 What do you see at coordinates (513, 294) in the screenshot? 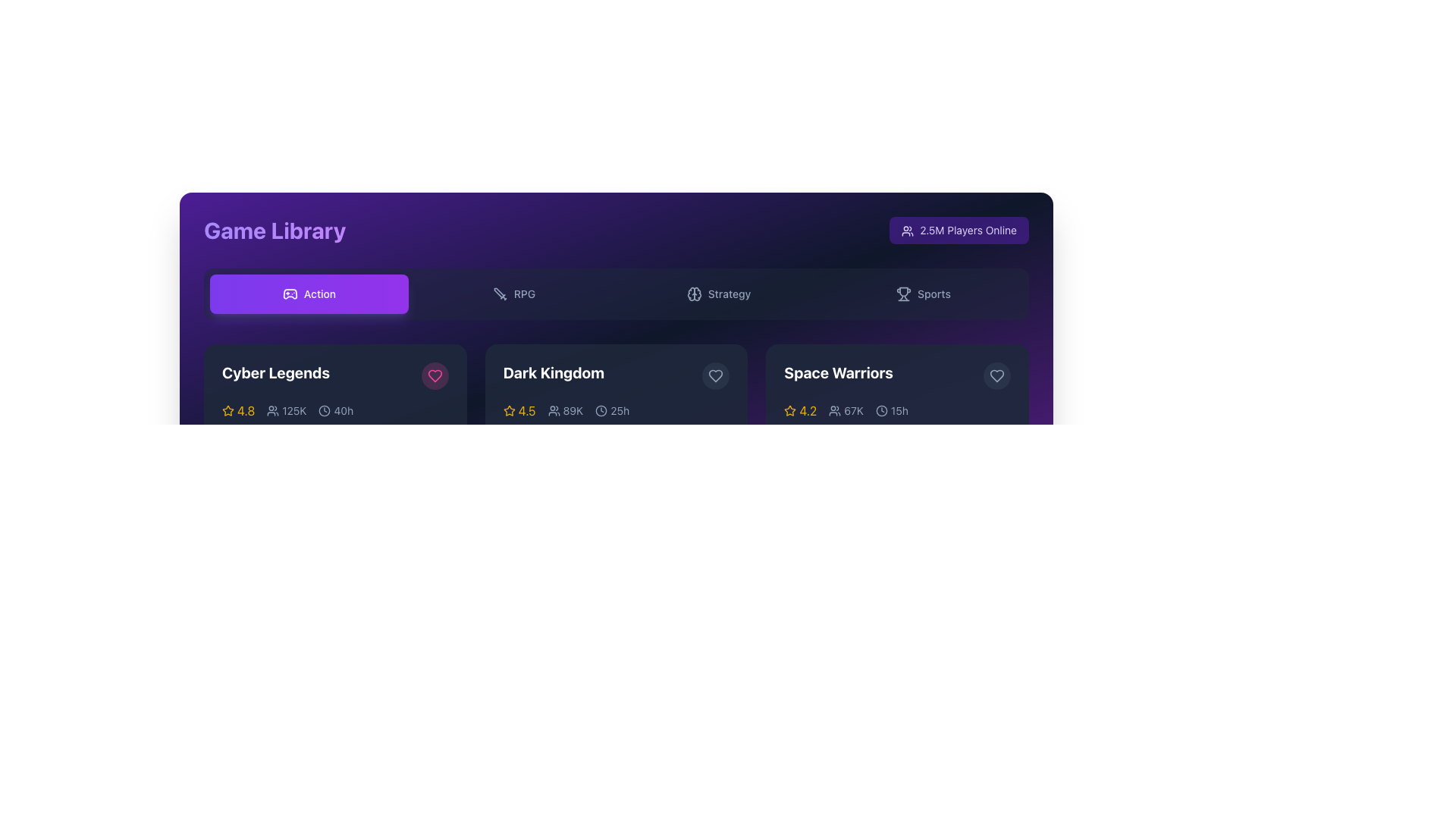
I see `the RPG category selector button located in the second slot of the horizontal row, positioned between the 'Action' and 'Strategy' buttons` at bounding box center [513, 294].